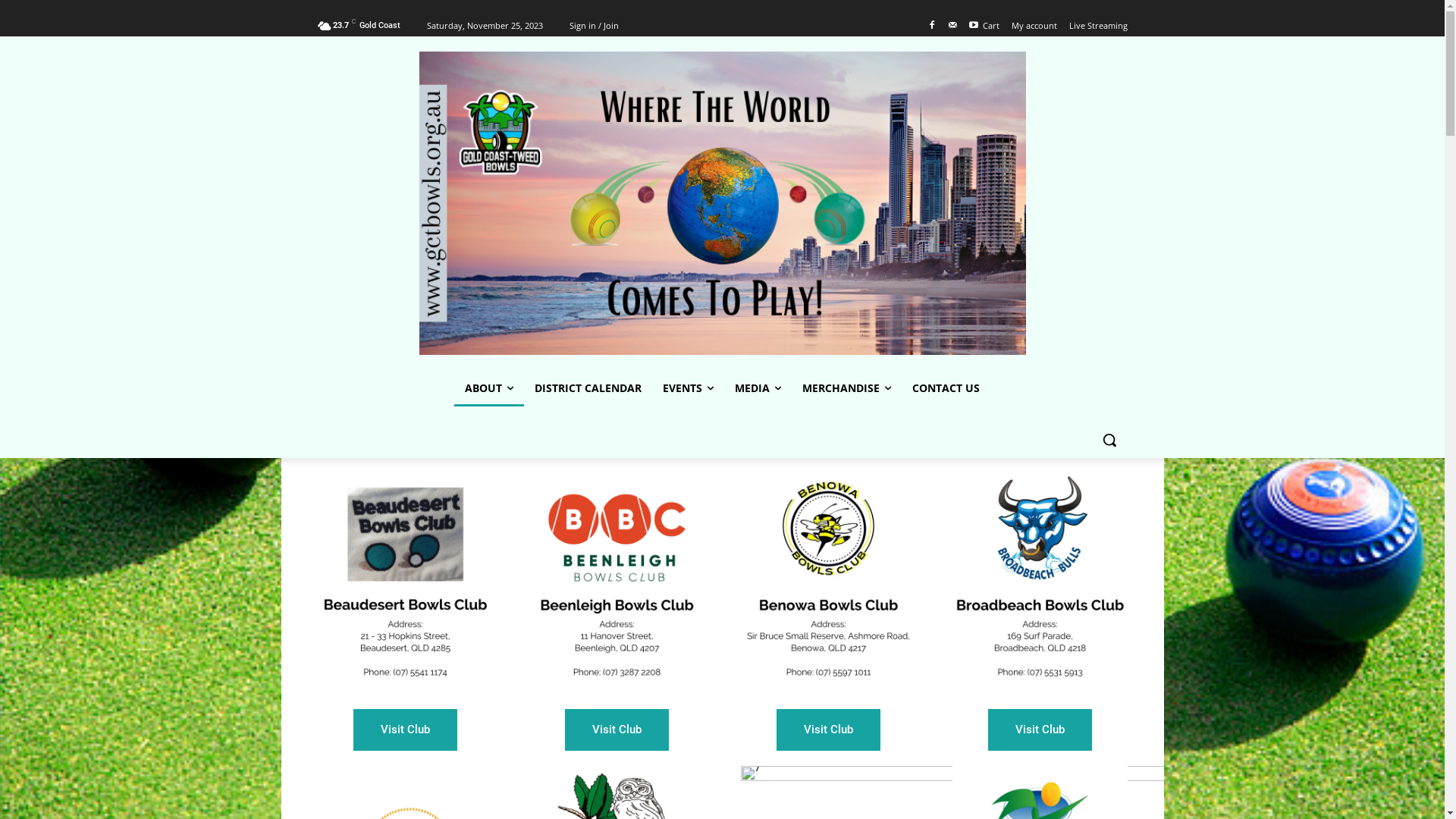 The height and width of the screenshot is (819, 1456). I want to click on 'Live Streaming', so click(1098, 26).